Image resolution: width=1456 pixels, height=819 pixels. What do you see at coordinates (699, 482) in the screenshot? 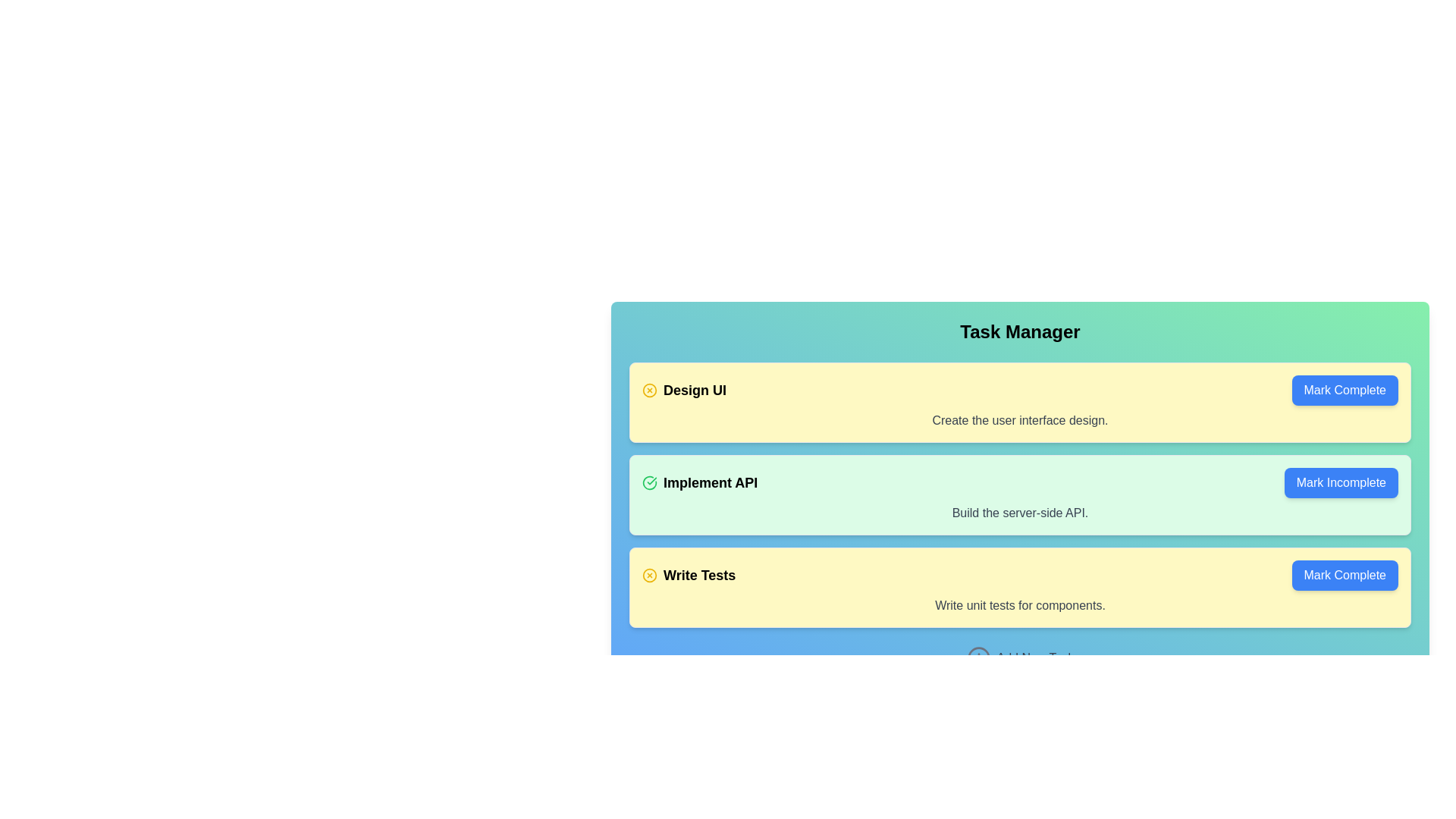
I see `the text label that reads 'Implement API', which is styled with a green checkmark icon, located as the second task item in a vertical list of steps in the task management interface` at bounding box center [699, 482].